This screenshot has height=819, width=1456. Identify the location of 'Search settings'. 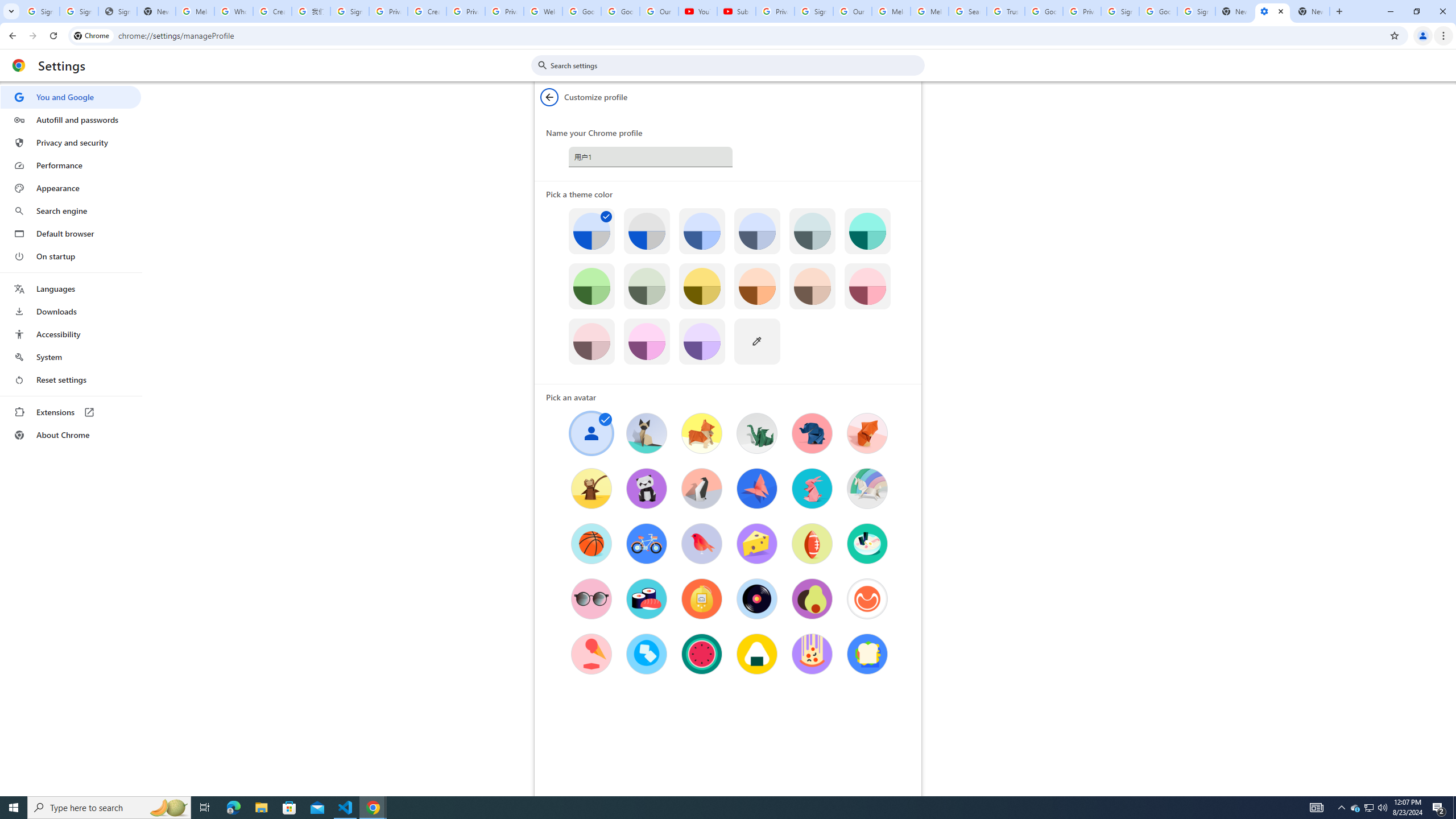
(735, 65).